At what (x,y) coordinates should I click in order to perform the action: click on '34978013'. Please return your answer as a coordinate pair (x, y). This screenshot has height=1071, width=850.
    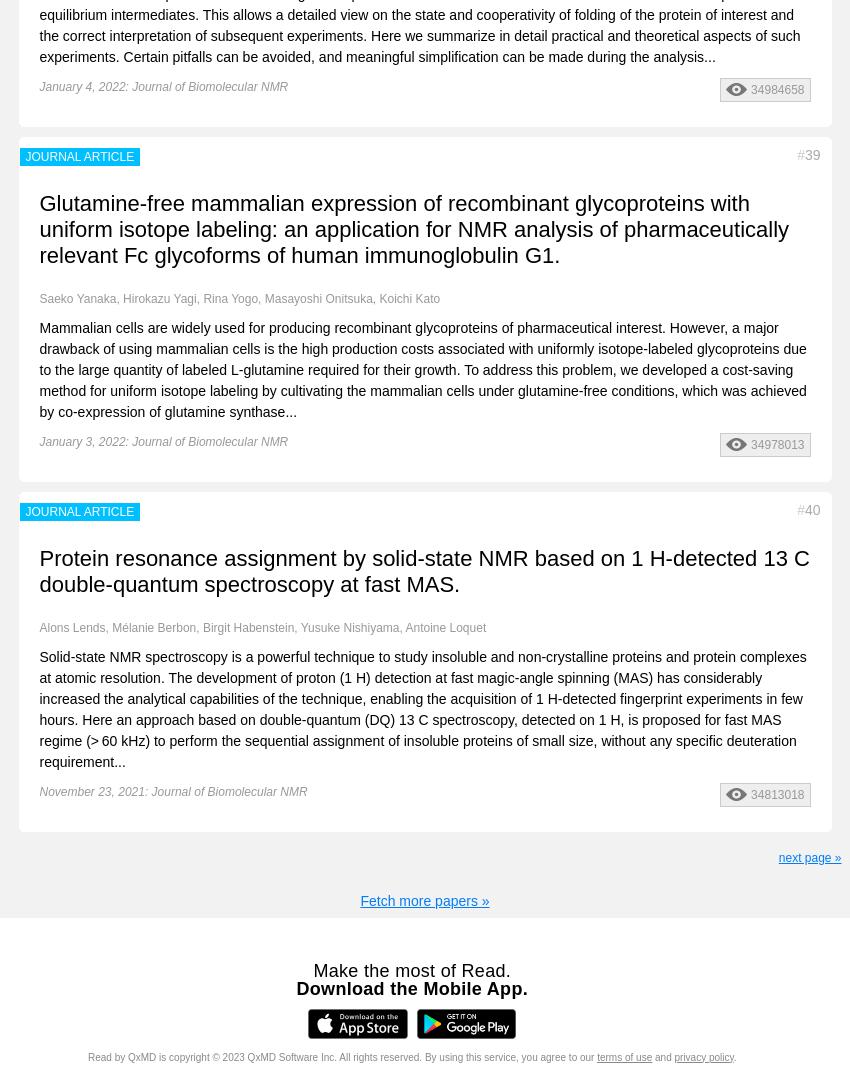
    Looking at the image, I should click on (776, 444).